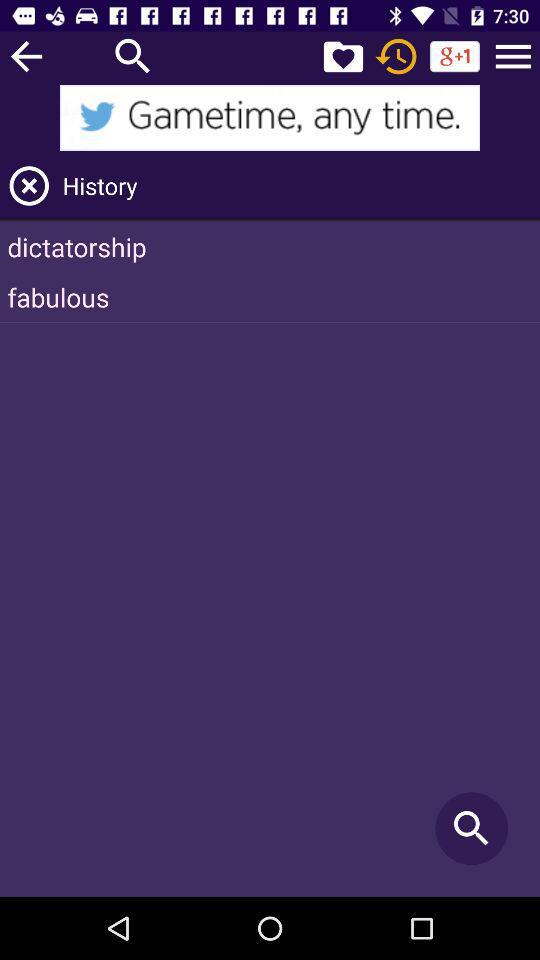 The width and height of the screenshot is (540, 960). Describe the element at coordinates (342, 55) in the screenshot. I see `the favorite icon` at that location.